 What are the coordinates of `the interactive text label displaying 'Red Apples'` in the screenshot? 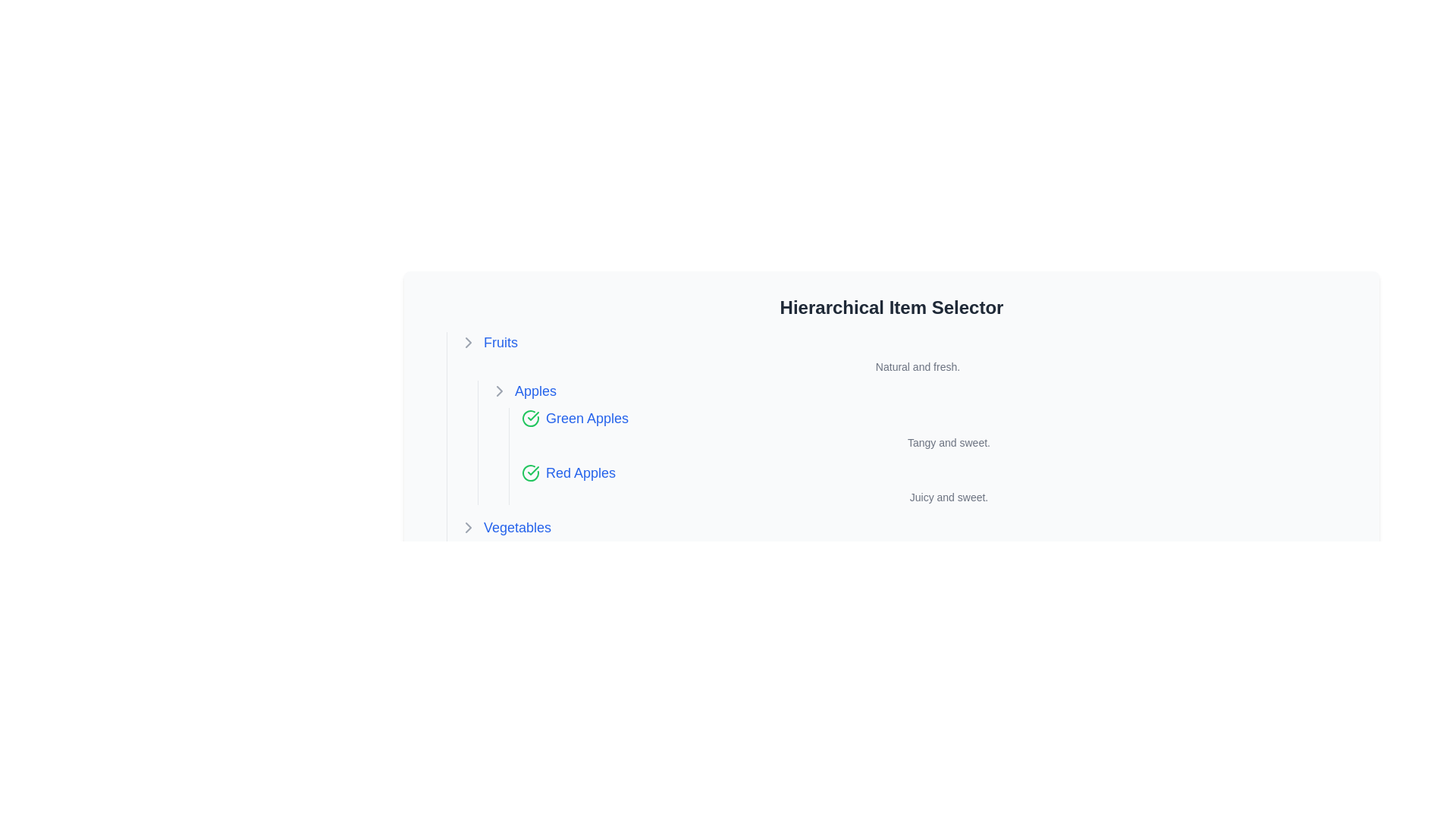 It's located at (580, 472).